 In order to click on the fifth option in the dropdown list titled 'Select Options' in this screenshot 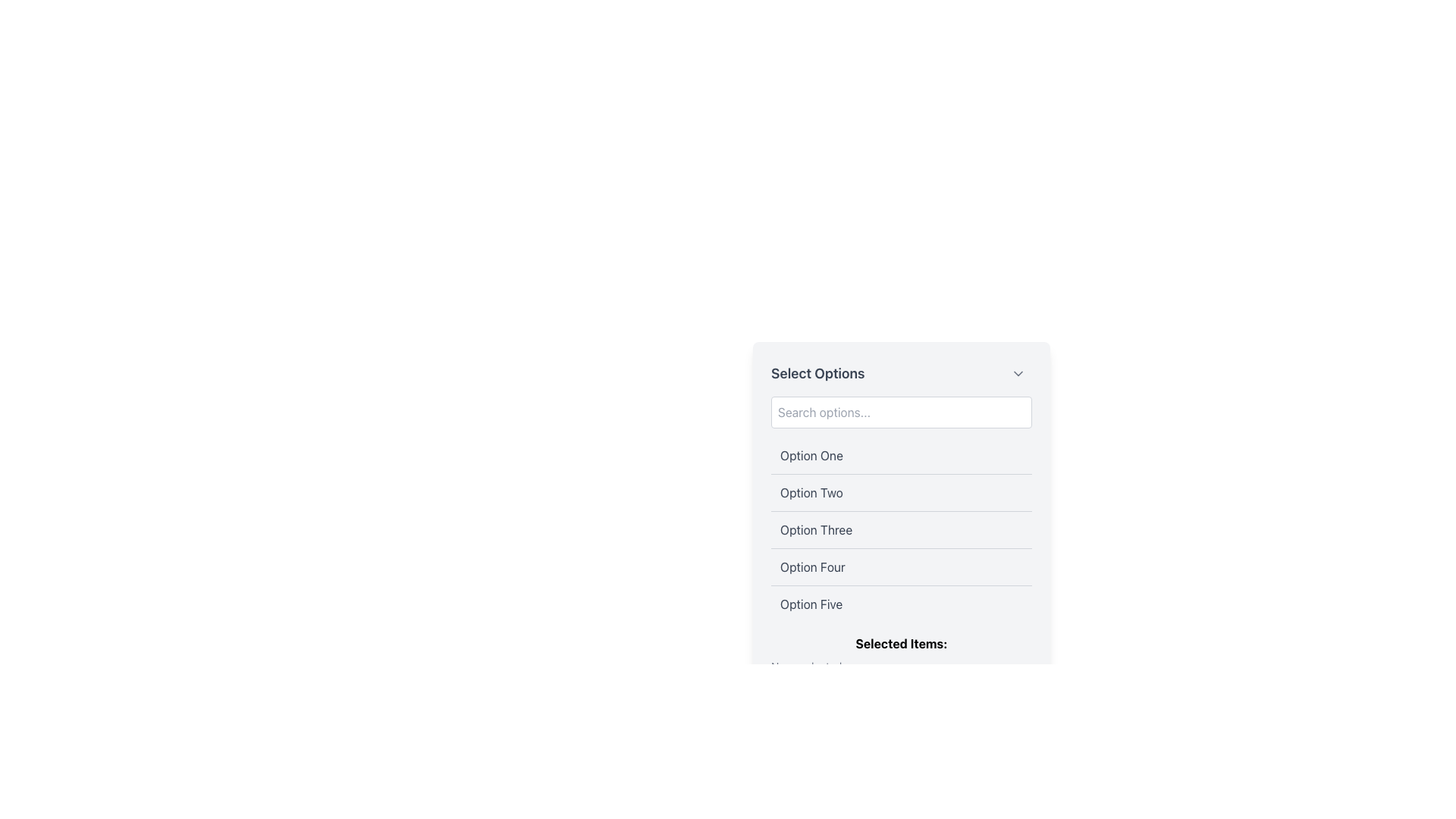, I will do `click(811, 604)`.